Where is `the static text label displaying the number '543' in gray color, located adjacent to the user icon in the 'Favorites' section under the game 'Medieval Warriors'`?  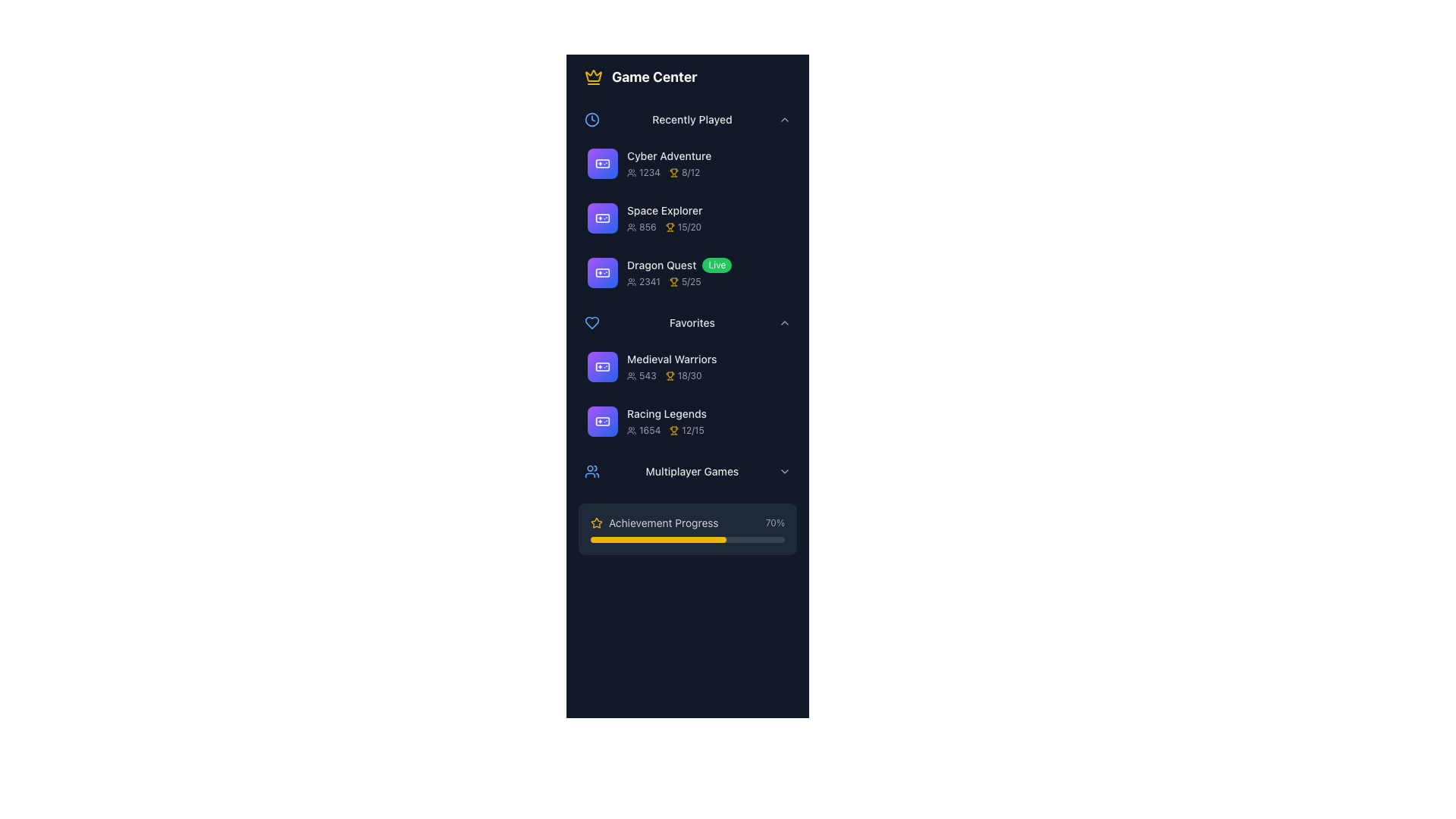 the static text label displaying the number '543' in gray color, located adjacent to the user icon in the 'Favorites' section under the game 'Medieval Warriors' is located at coordinates (648, 375).